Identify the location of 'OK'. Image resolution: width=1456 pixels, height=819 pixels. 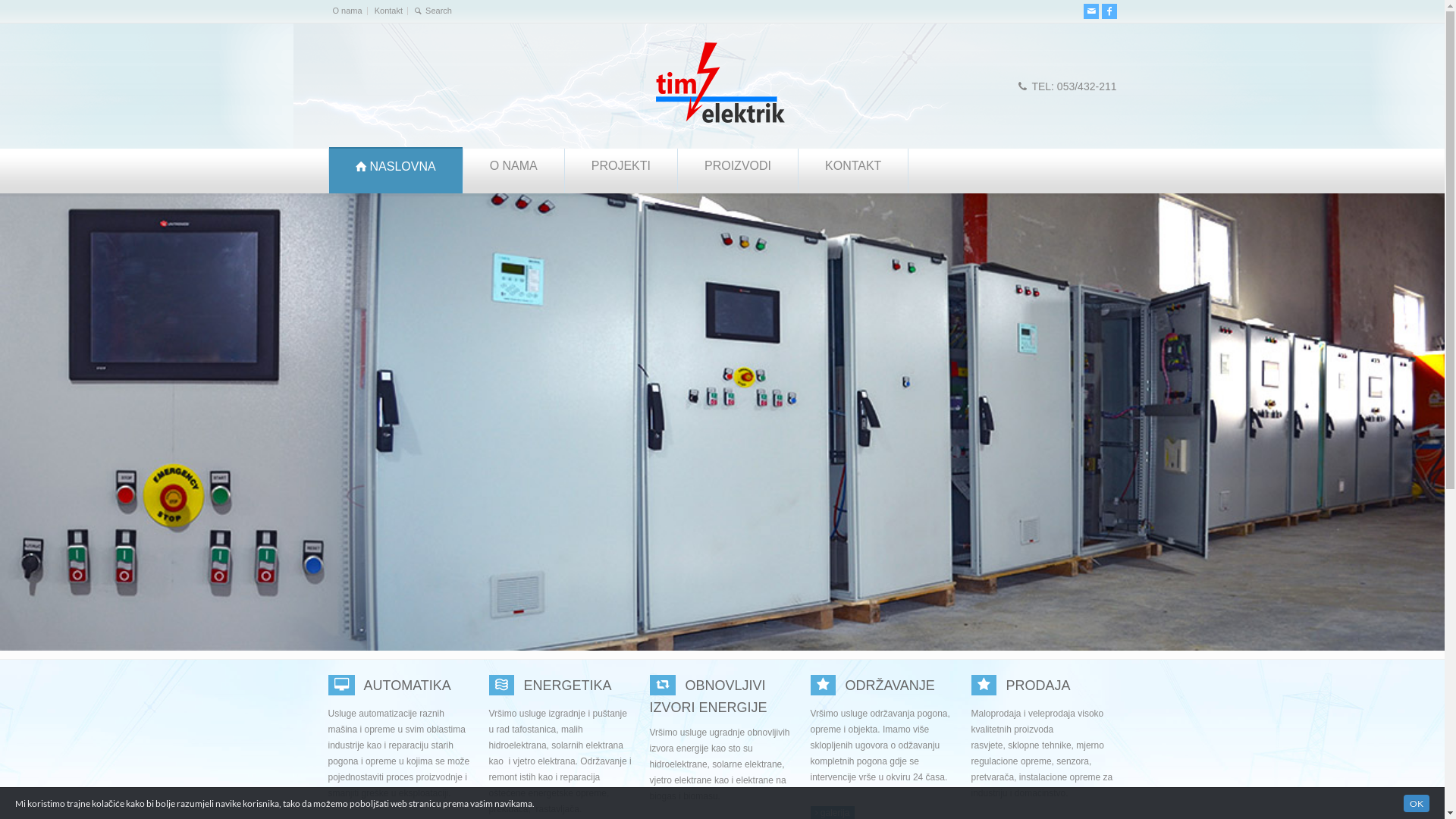
(1415, 802).